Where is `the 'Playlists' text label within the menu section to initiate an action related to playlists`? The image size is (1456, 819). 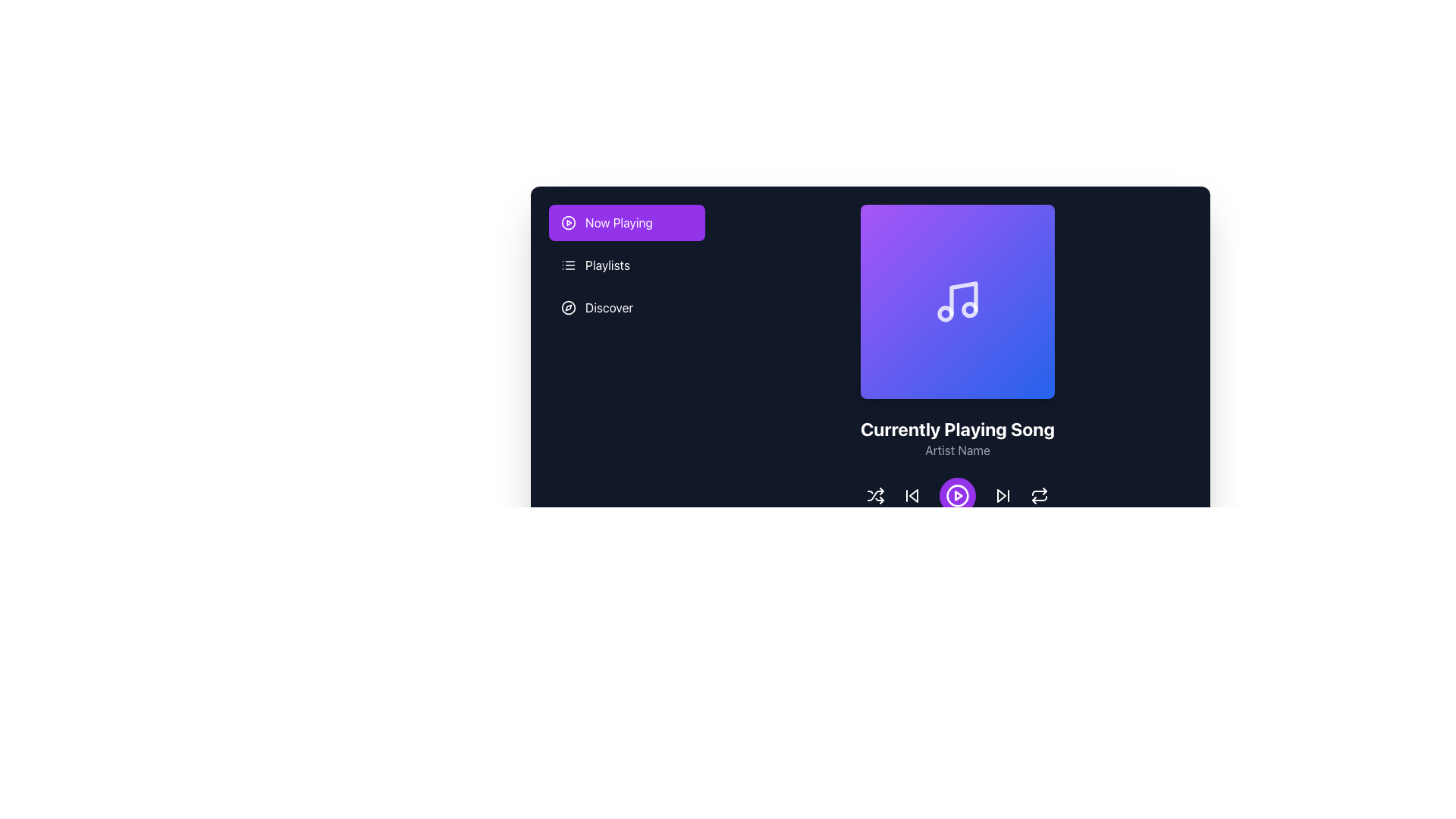 the 'Playlists' text label within the menu section to initiate an action related to playlists is located at coordinates (607, 265).